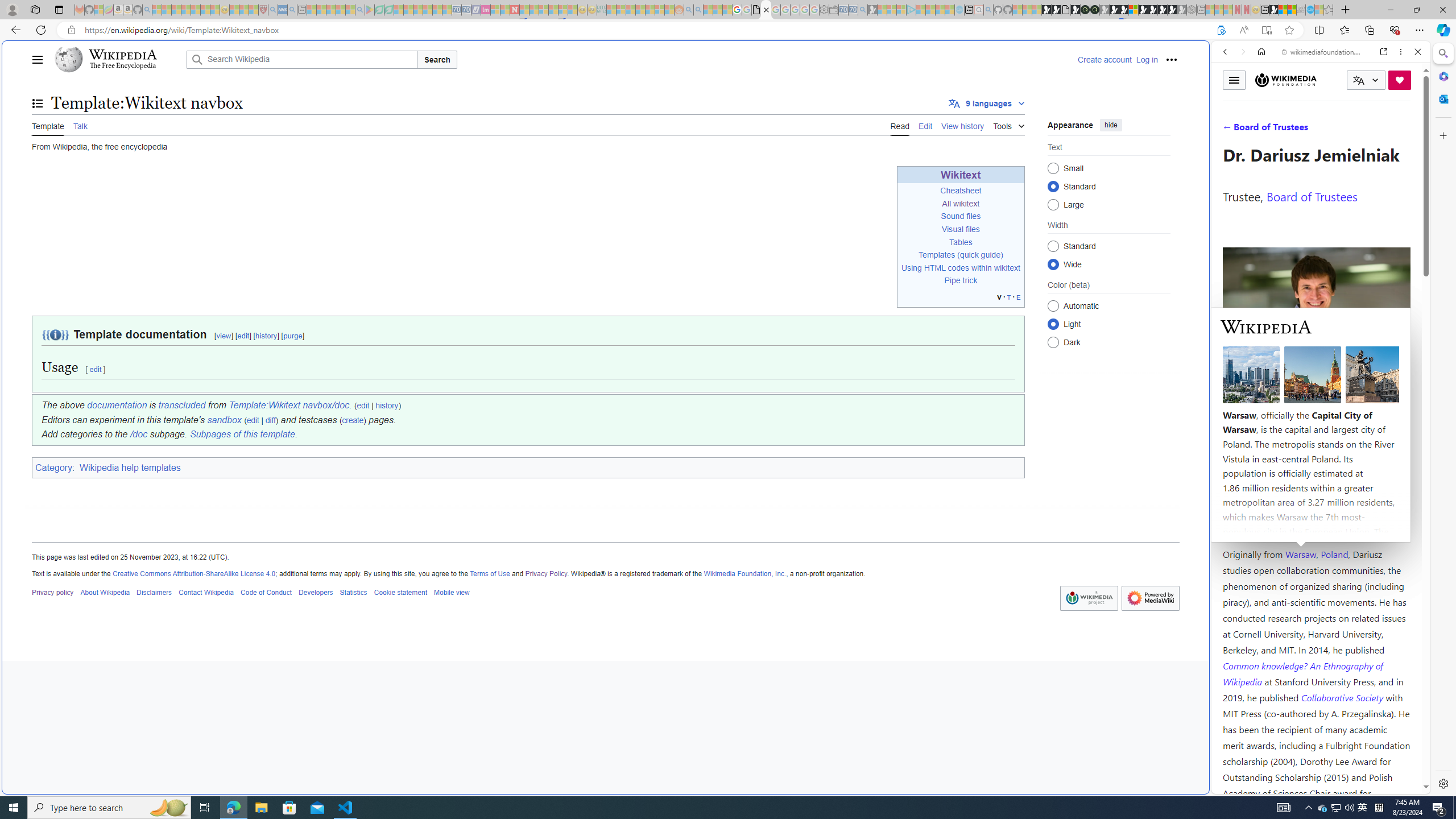 The width and height of the screenshot is (1456, 819). What do you see at coordinates (1008, 124) in the screenshot?
I see `'Tools'` at bounding box center [1008, 124].